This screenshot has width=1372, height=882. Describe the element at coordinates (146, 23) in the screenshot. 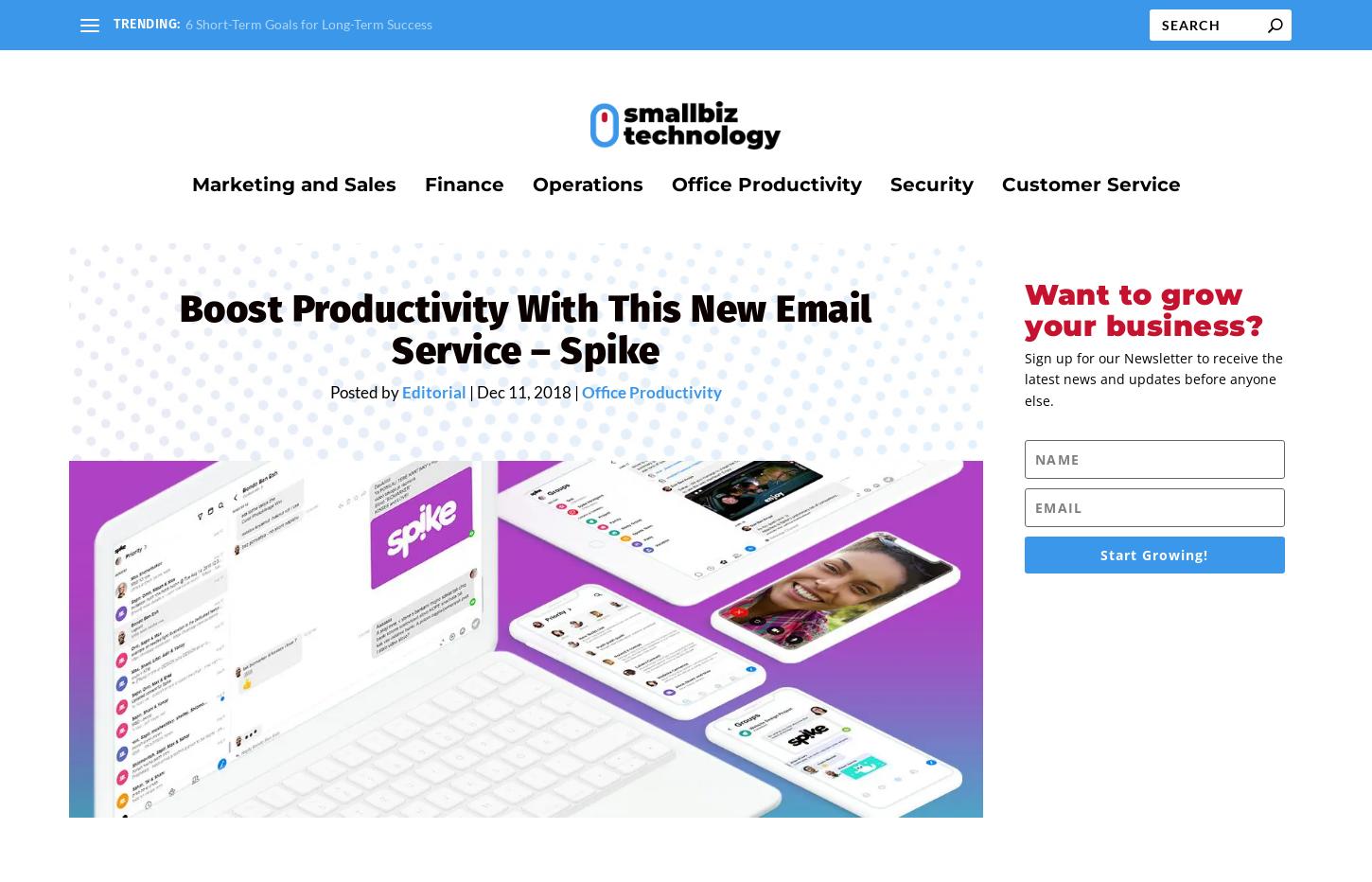

I see `'TRENDING:'` at that location.